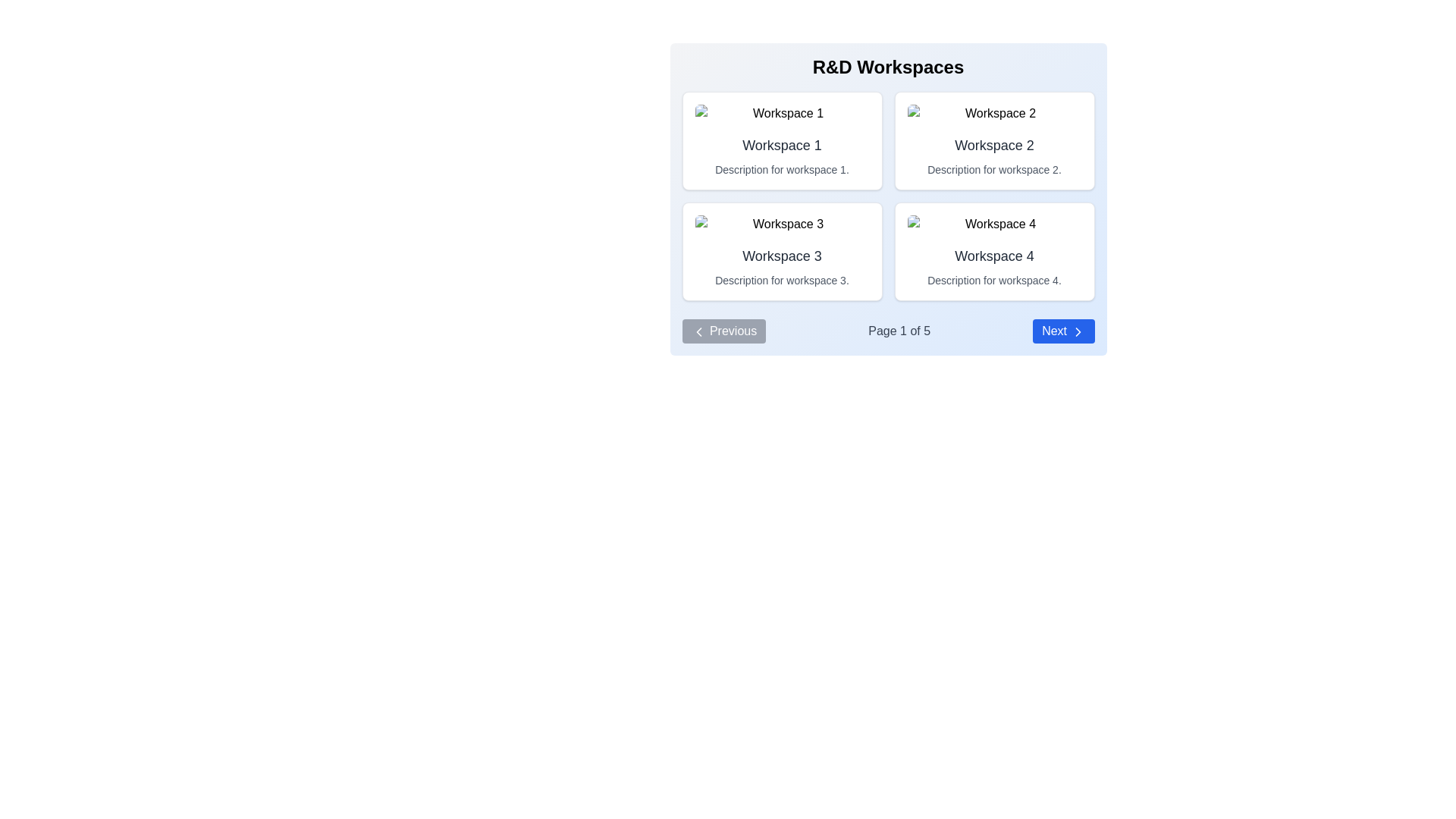 This screenshot has height=819, width=1456. Describe the element at coordinates (698, 331) in the screenshot. I see `the 'previous' action icon located within the 'Previous' button at the bottom left corner of the main content area` at that location.